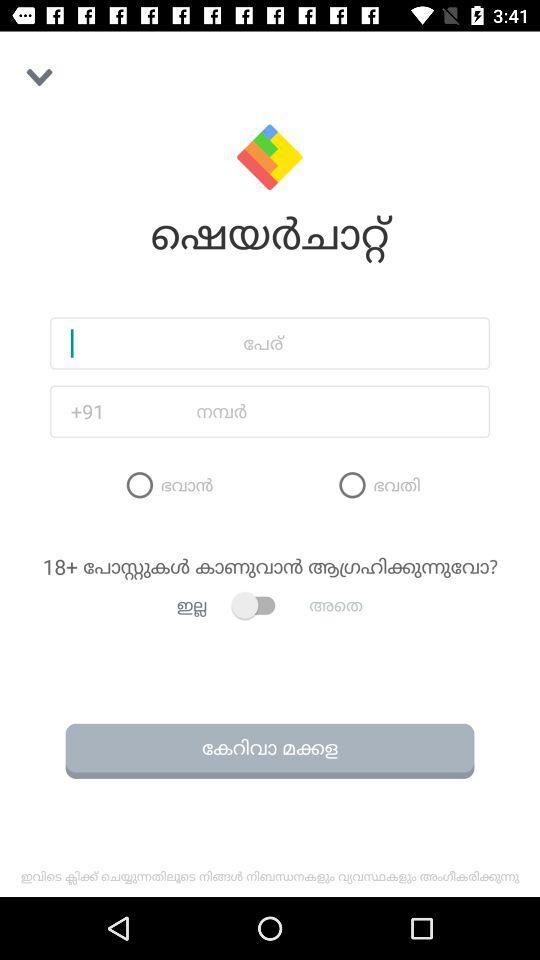 The height and width of the screenshot is (960, 540). What do you see at coordinates (302, 410) in the screenshot?
I see `the icon to the right of the +91 item` at bounding box center [302, 410].